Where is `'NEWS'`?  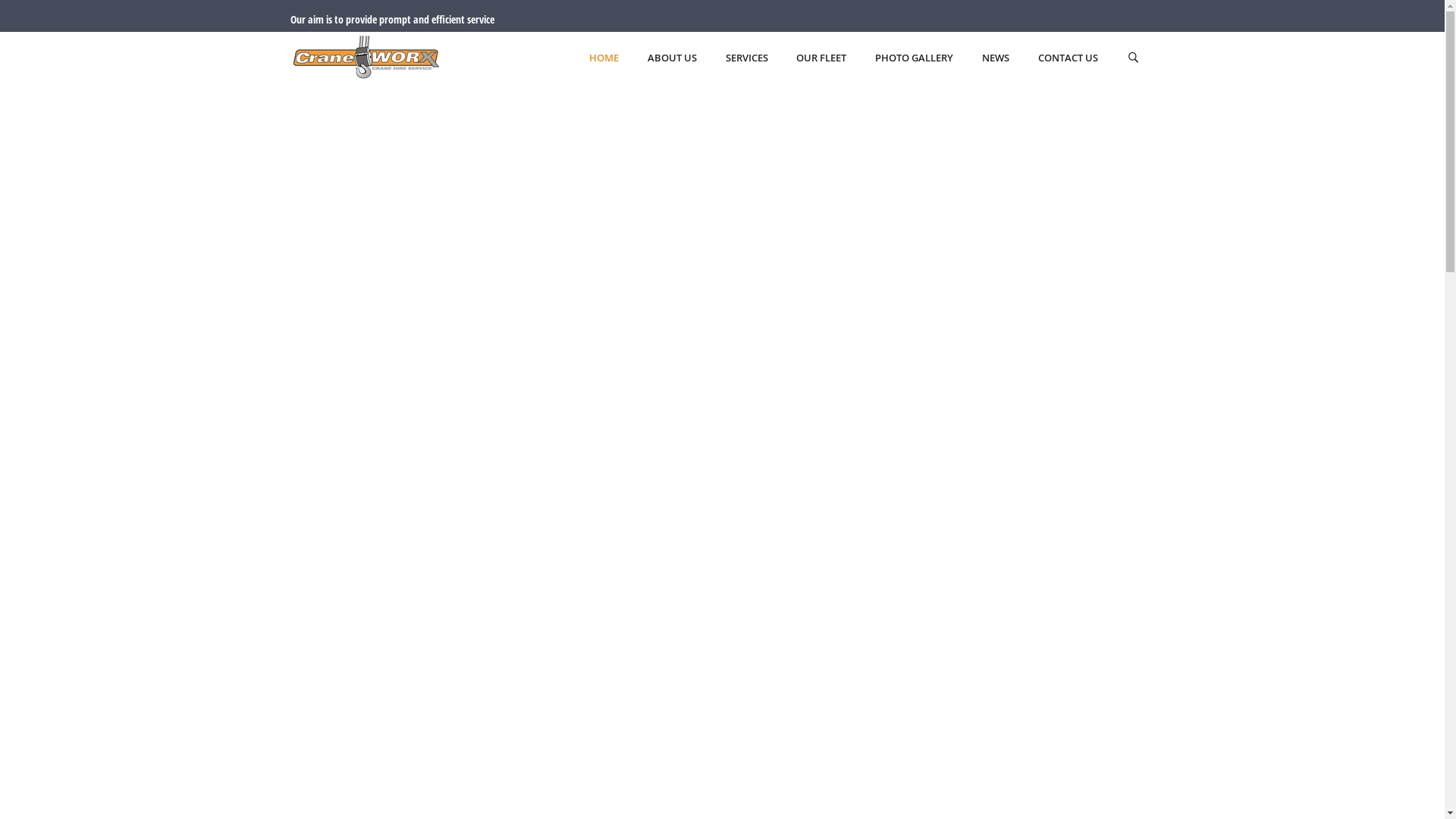 'NEWS' is located at coordinates (996, 58).